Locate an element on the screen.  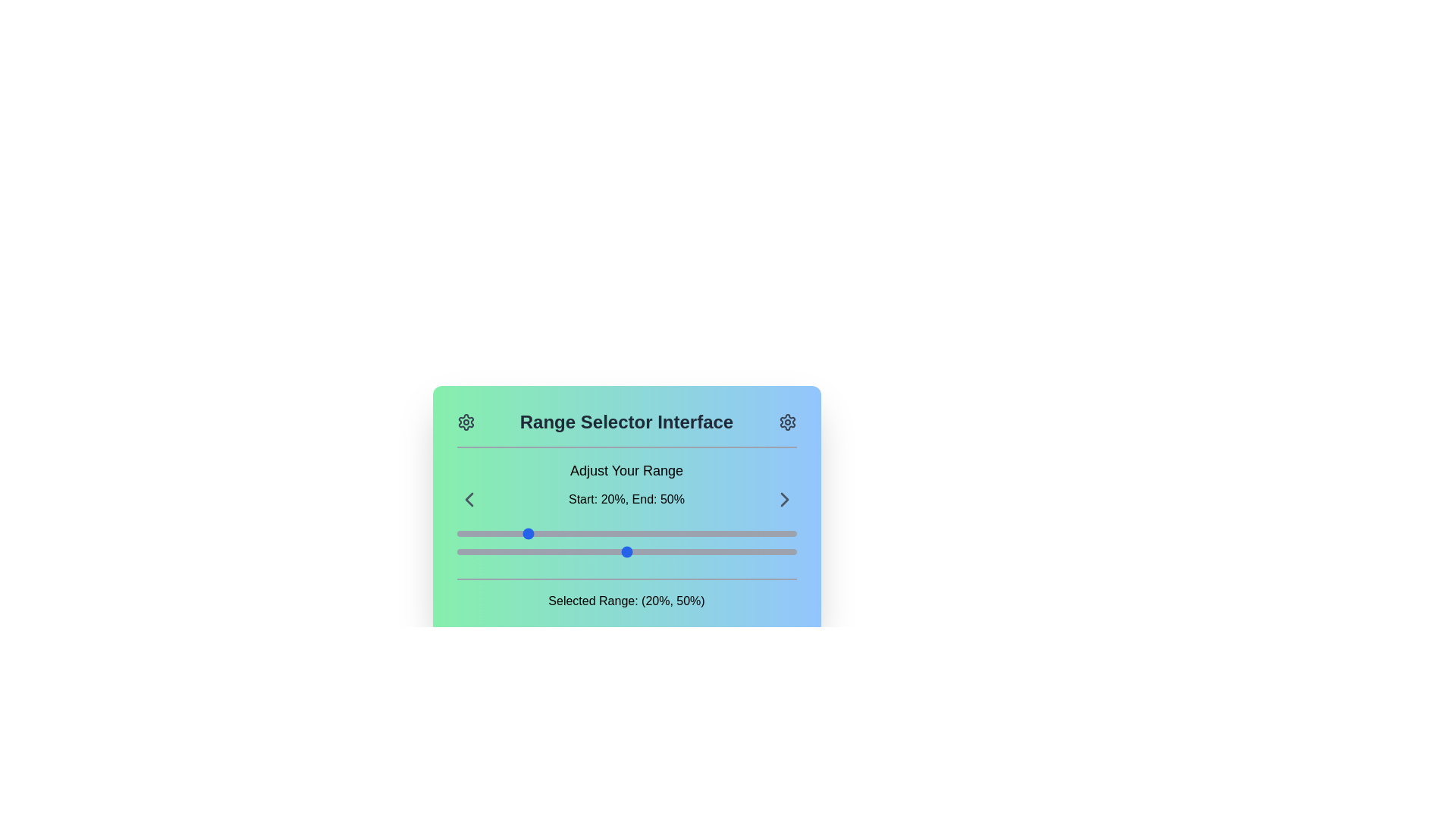
the slider is located at coordinates (694, 533).